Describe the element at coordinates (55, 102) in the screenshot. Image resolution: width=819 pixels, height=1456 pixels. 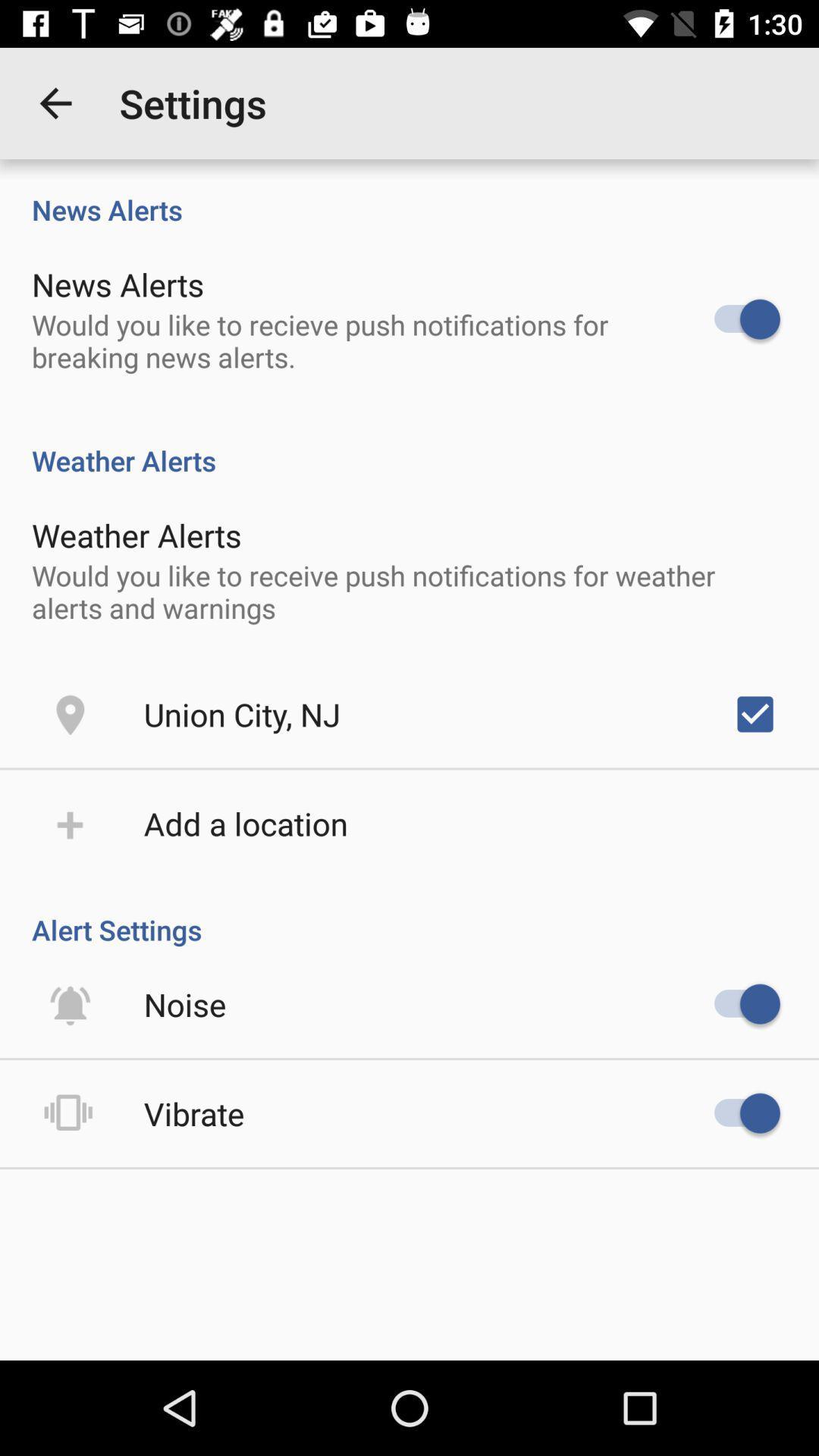
I see `the icon to the left of settings` at that location.